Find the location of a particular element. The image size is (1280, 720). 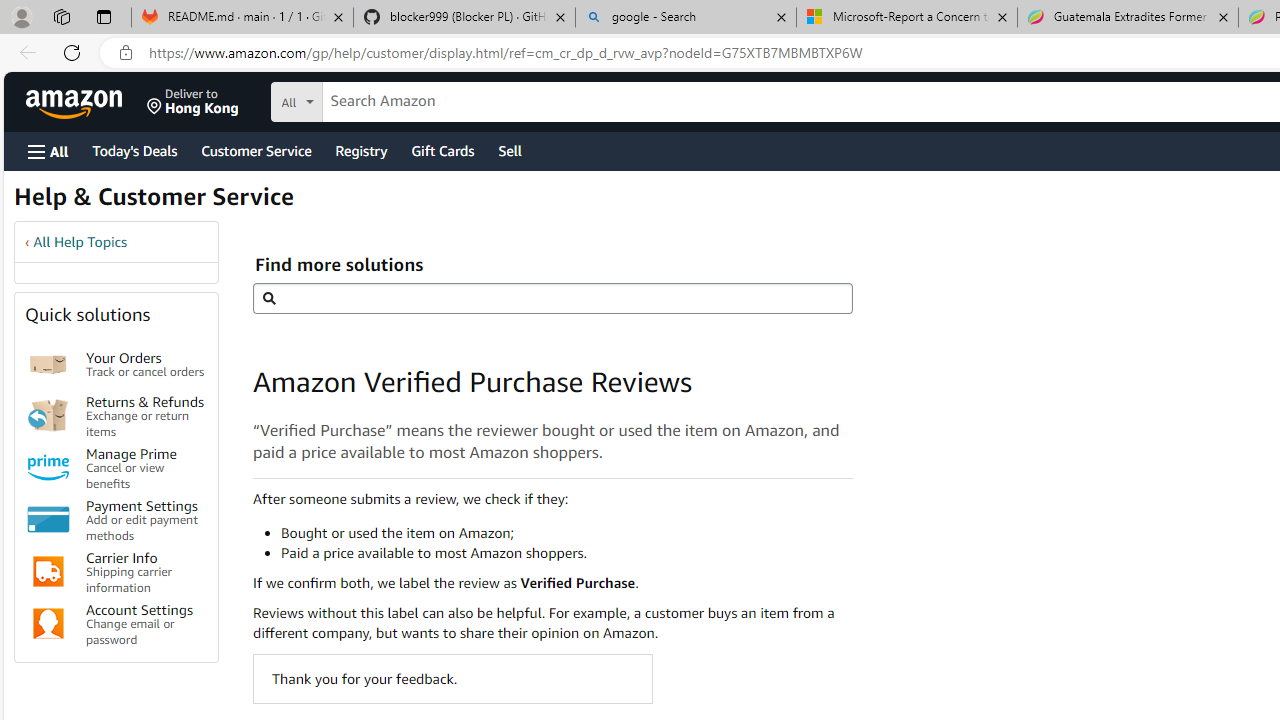

'Carrier Info' is located at coordinates (48, 572).